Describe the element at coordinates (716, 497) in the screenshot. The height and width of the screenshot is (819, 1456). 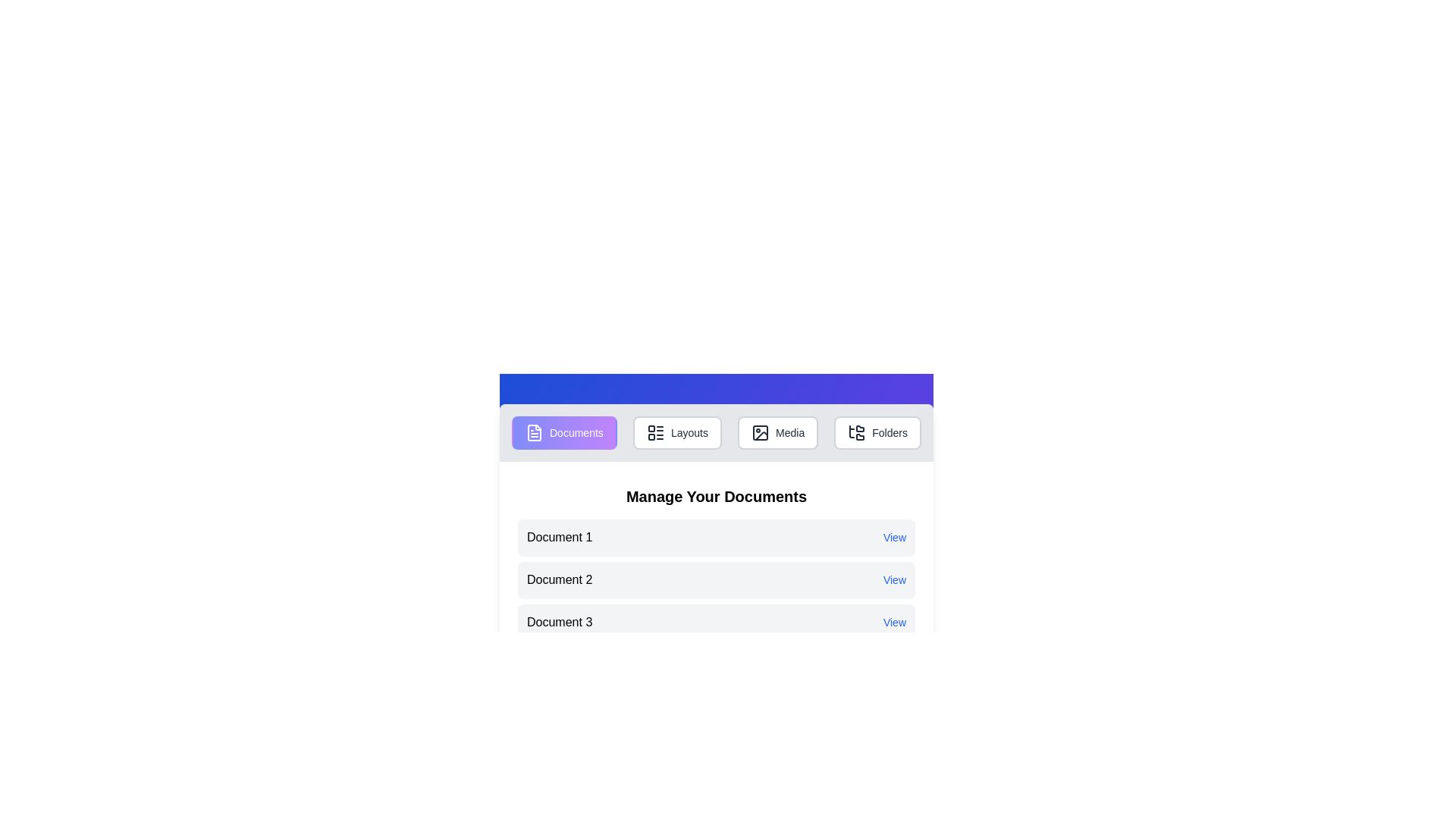
I see `text from the bold label stating 'Manage Your Documents' located at the top of the document section` at that location.